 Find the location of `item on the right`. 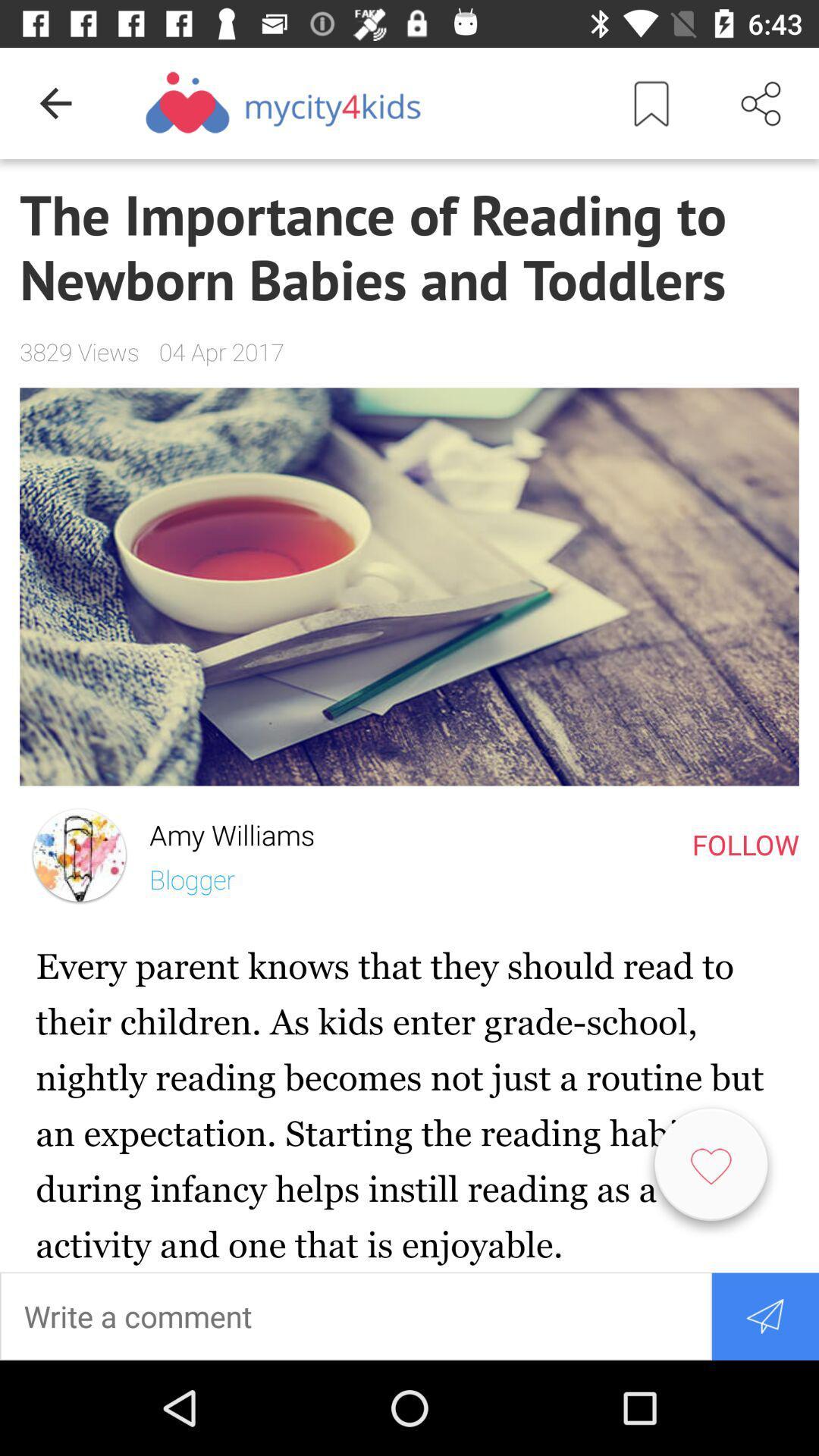

item on the right is located at coordinates (745, 843).